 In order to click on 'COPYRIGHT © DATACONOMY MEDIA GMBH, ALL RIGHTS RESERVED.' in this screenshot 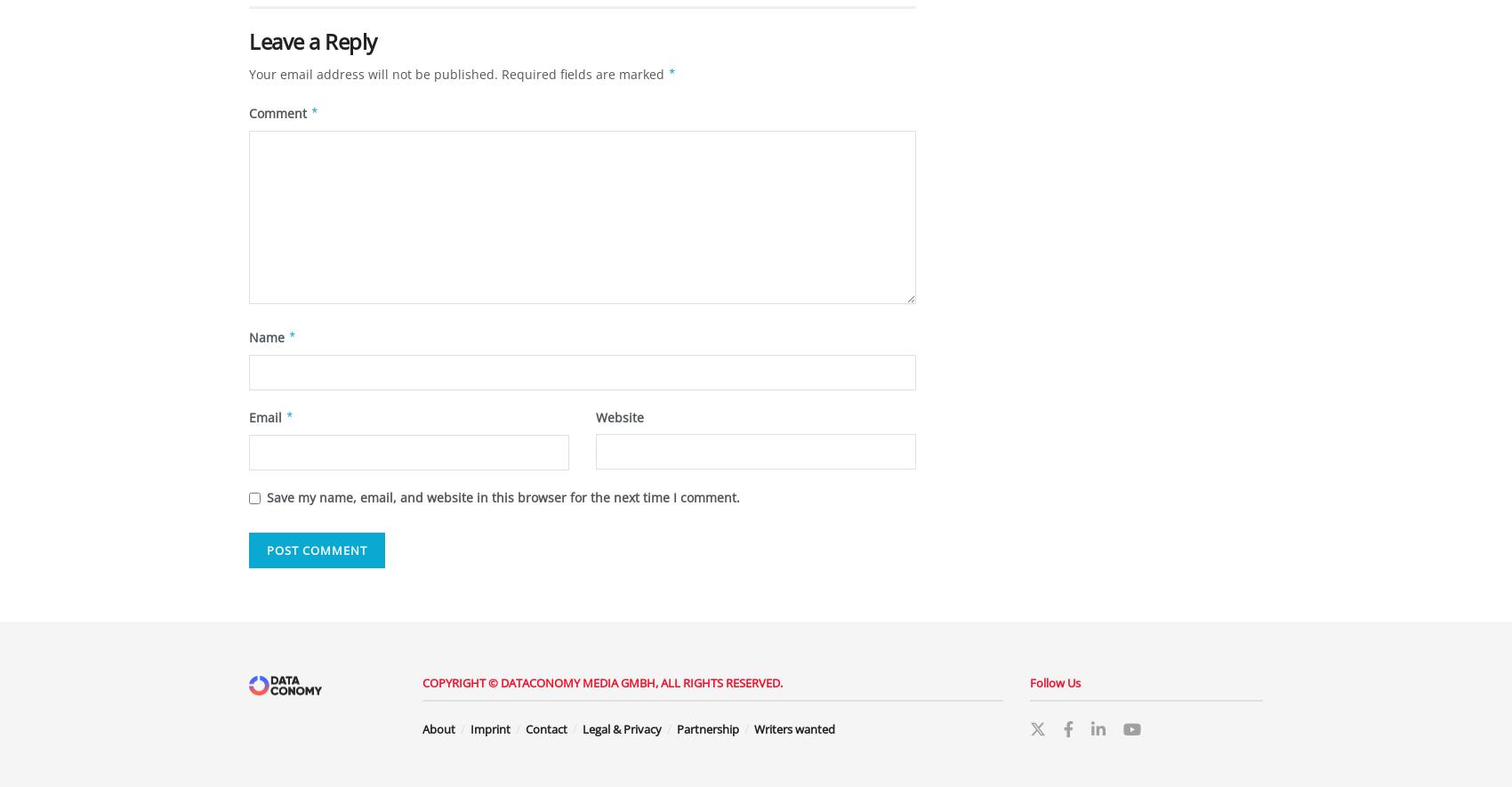, I will do `click(422, 681)`.